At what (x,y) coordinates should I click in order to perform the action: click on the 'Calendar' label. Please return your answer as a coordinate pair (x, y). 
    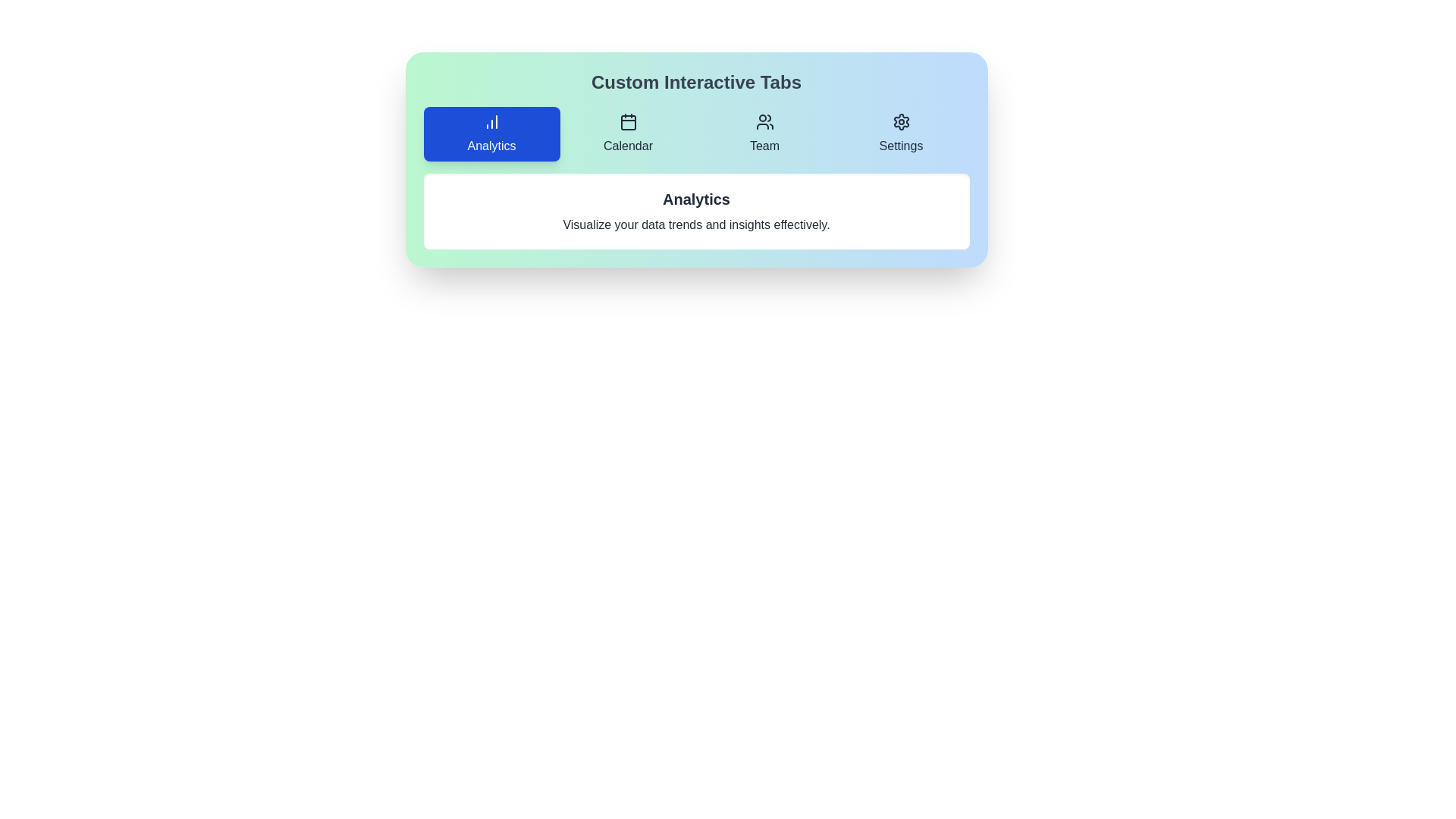
    Looking at the image, I should click on (628, 146).